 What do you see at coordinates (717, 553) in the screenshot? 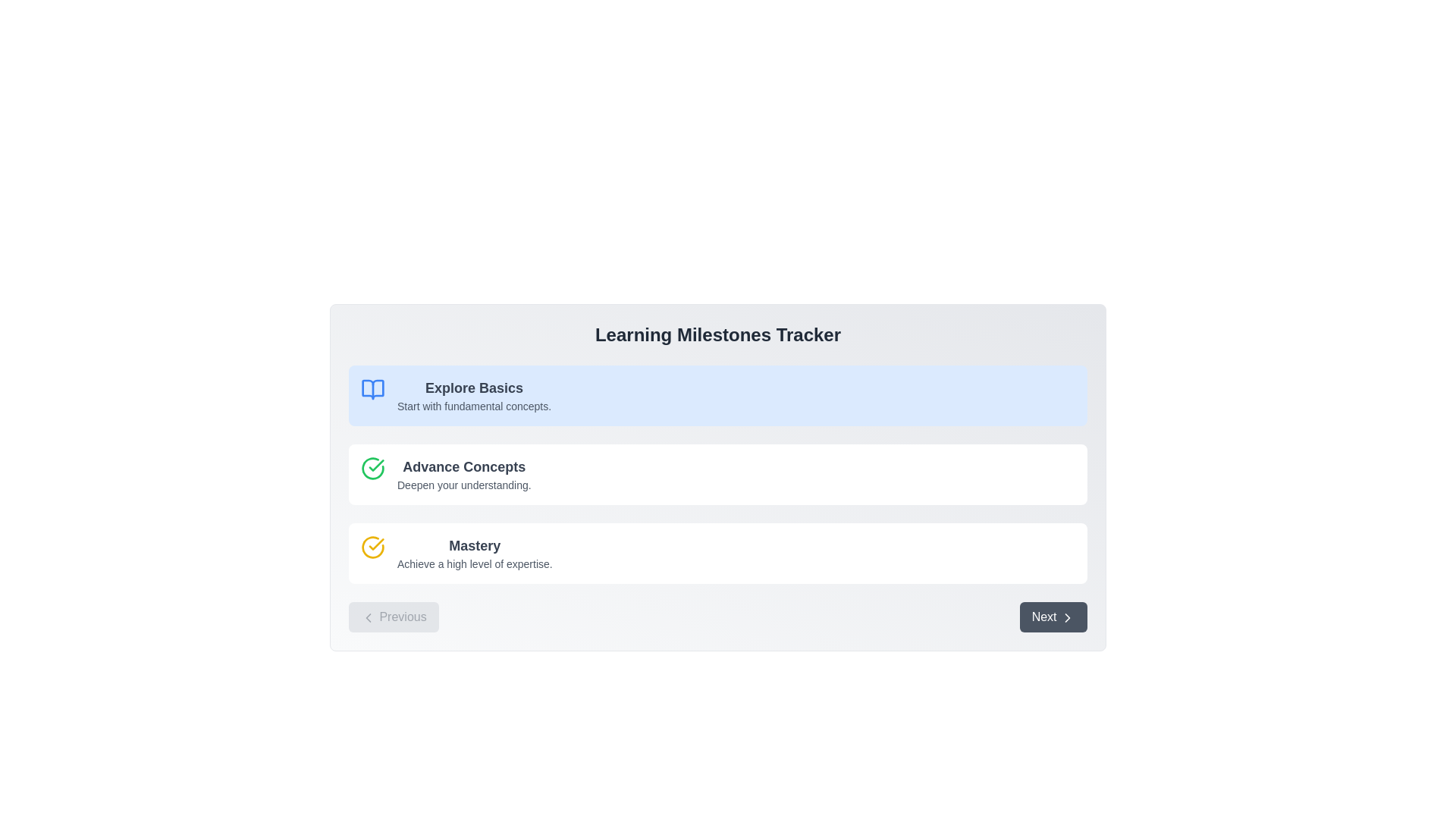
I see `the third informational block in the progress tracker that describes the 'Mastery' milestone` at bounding box center [717, 553].